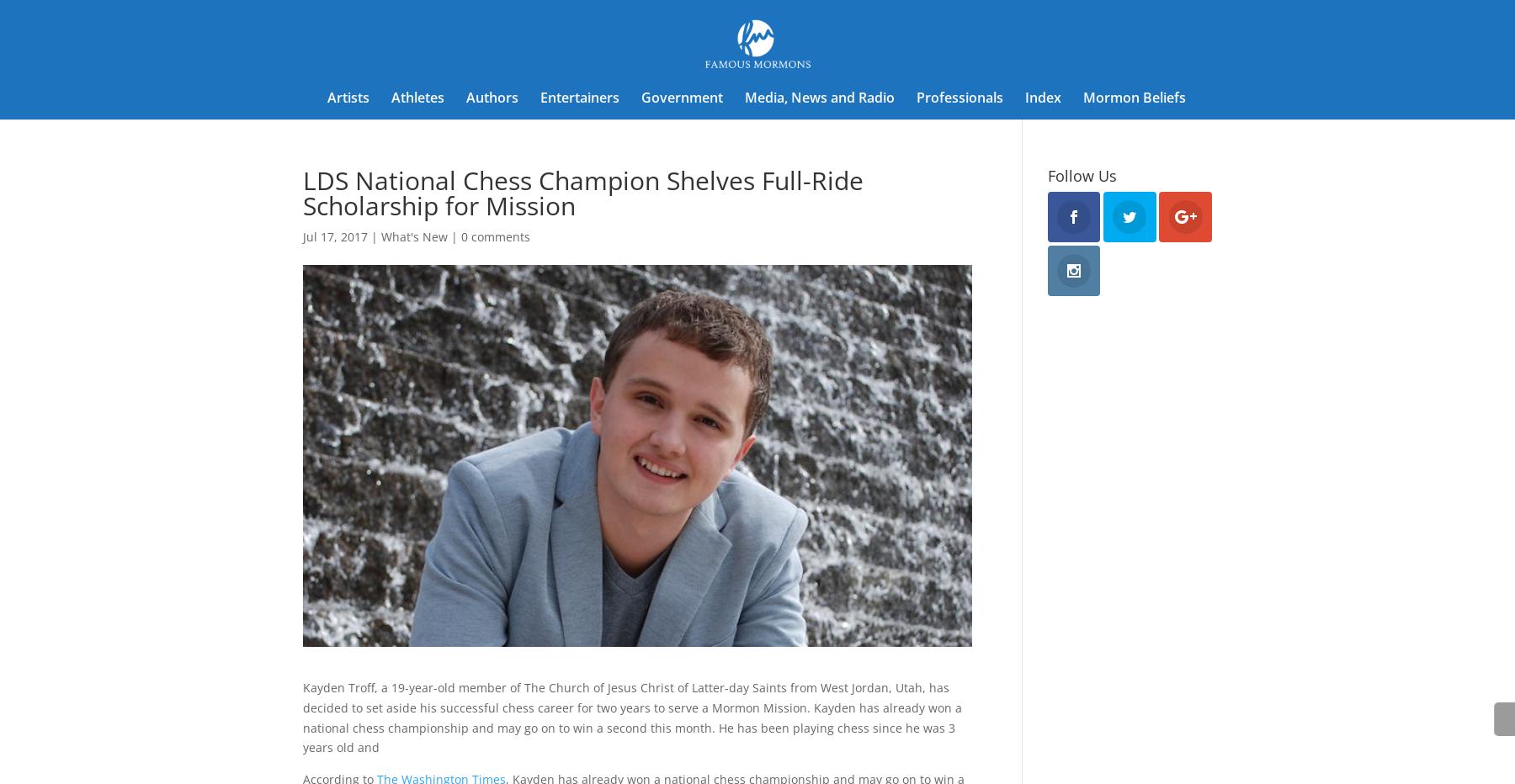 The image size is (1515, 784). What do you see at coordinates (495, 236) in the screenshot?
I see `'0 comments'` at bounding box center [495, 236].